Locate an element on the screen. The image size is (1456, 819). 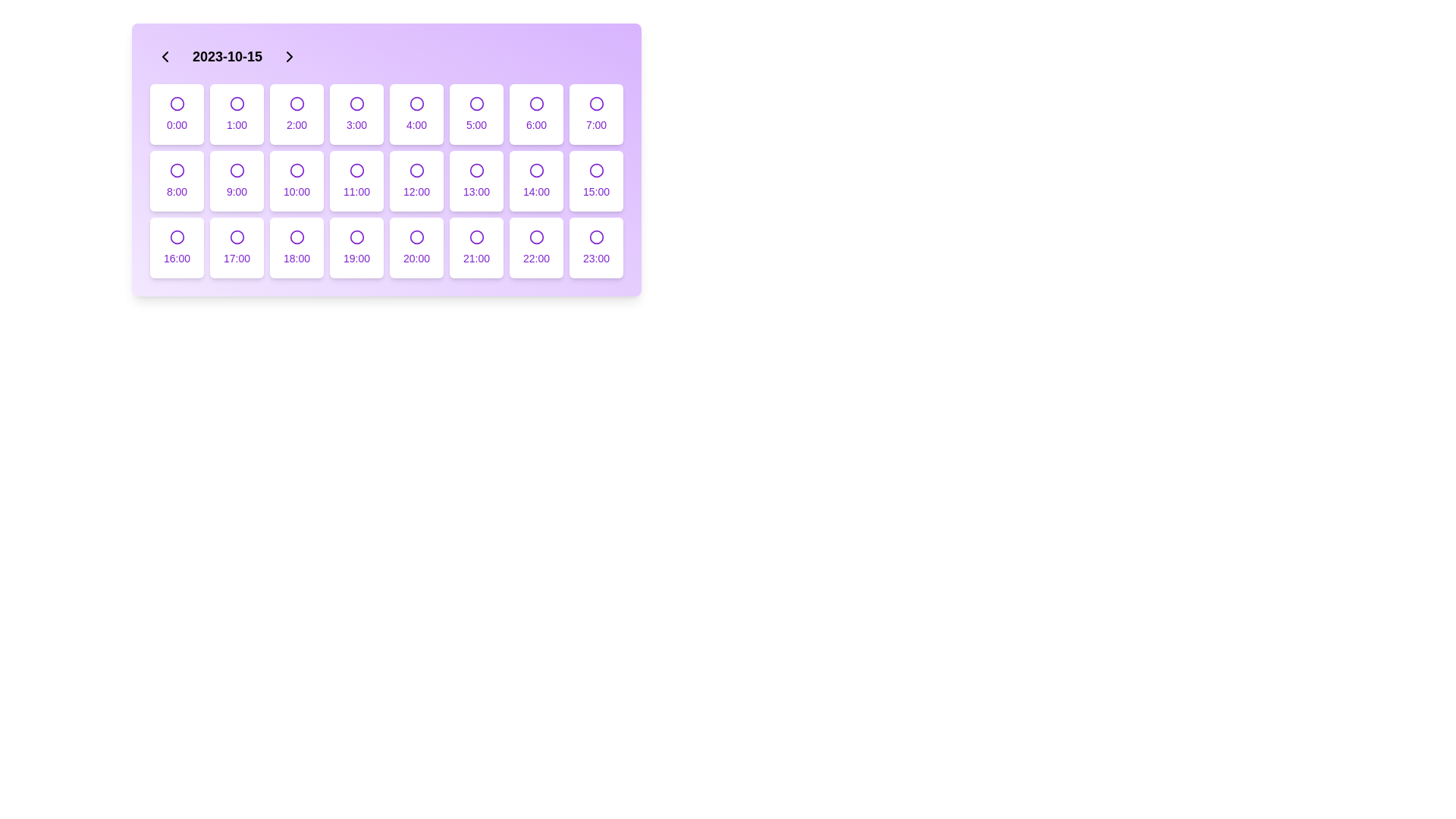
the circular SVG element representing a time slot selection option located in the third row and fourth column of the grid layout is located at coordinates (536, 170).